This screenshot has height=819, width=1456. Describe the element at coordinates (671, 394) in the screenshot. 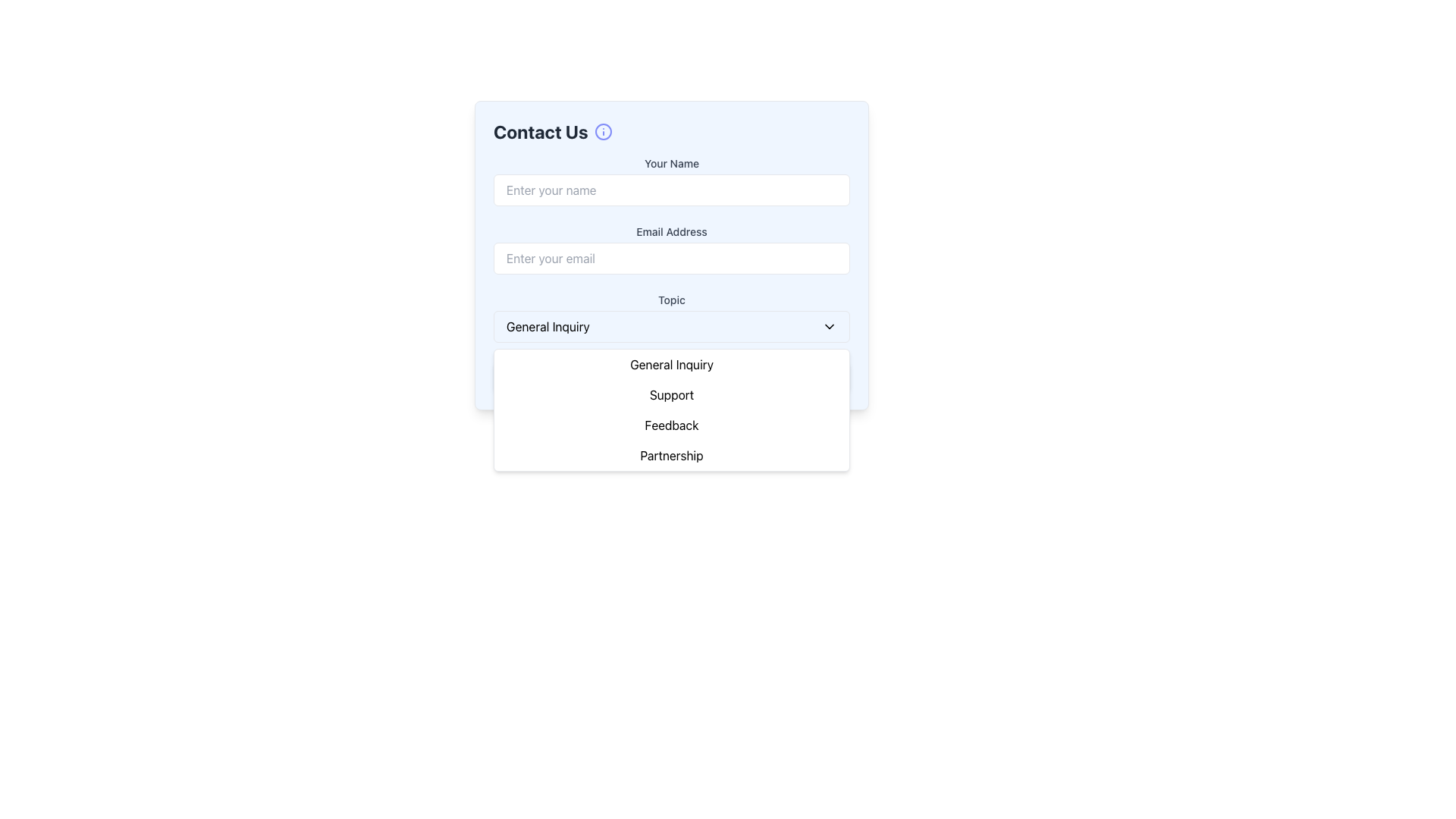

I see `the second item in the dropdown menu` at that location.